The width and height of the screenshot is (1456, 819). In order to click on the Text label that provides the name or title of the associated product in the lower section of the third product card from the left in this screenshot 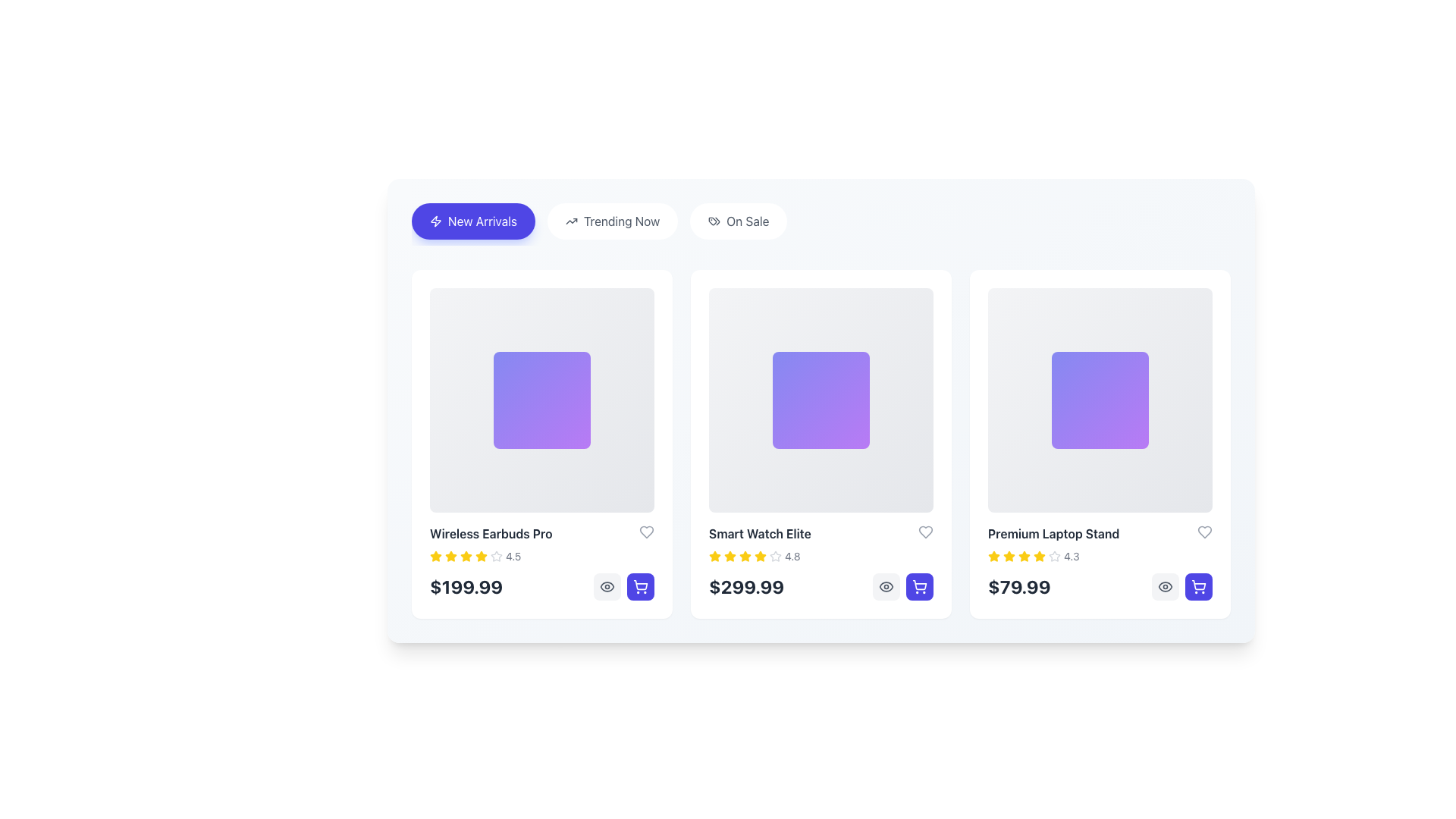, I will do `click(1053, 533)`.